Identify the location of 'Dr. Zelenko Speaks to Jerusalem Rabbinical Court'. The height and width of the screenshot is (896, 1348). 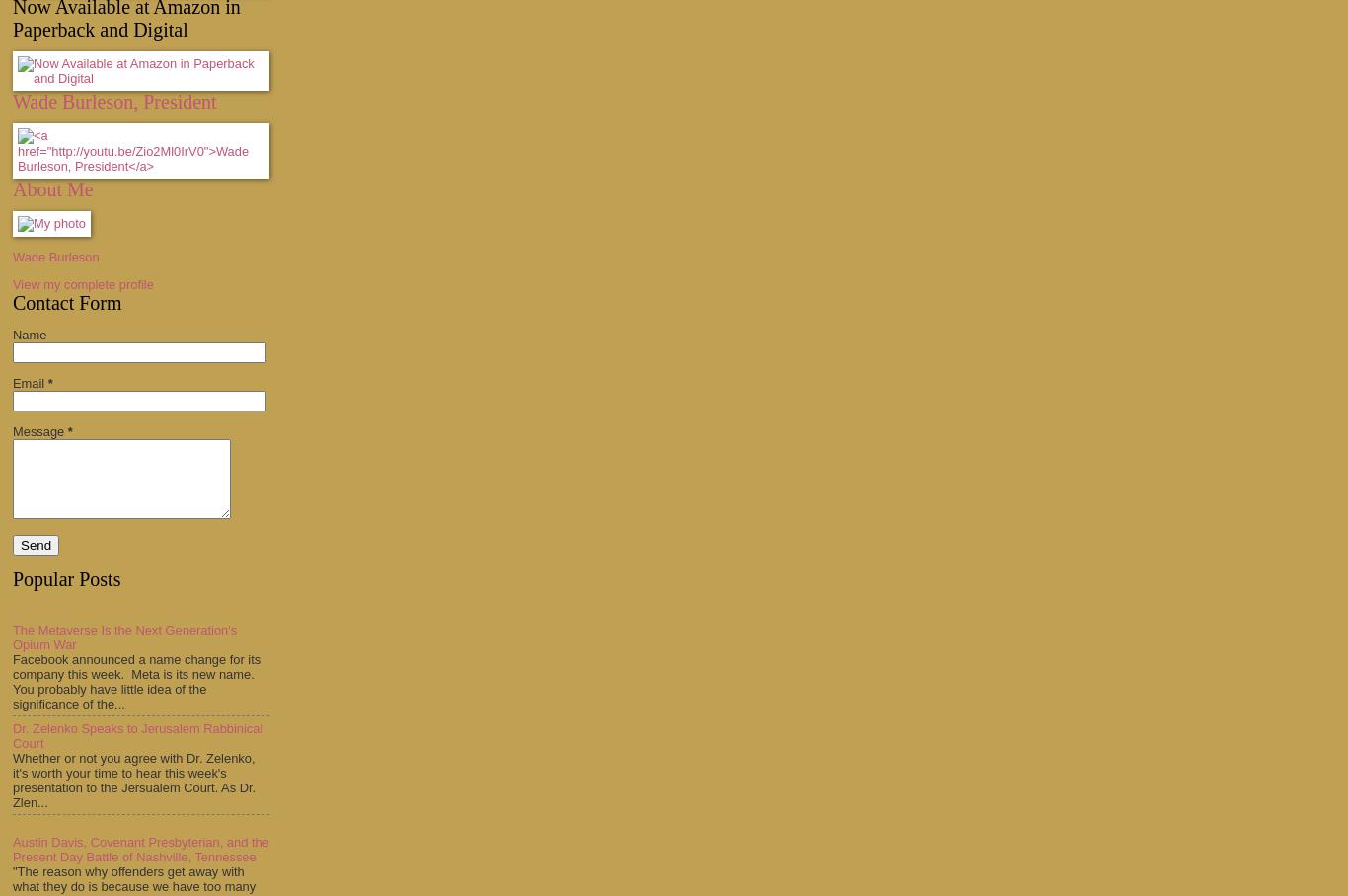
(136, 735).